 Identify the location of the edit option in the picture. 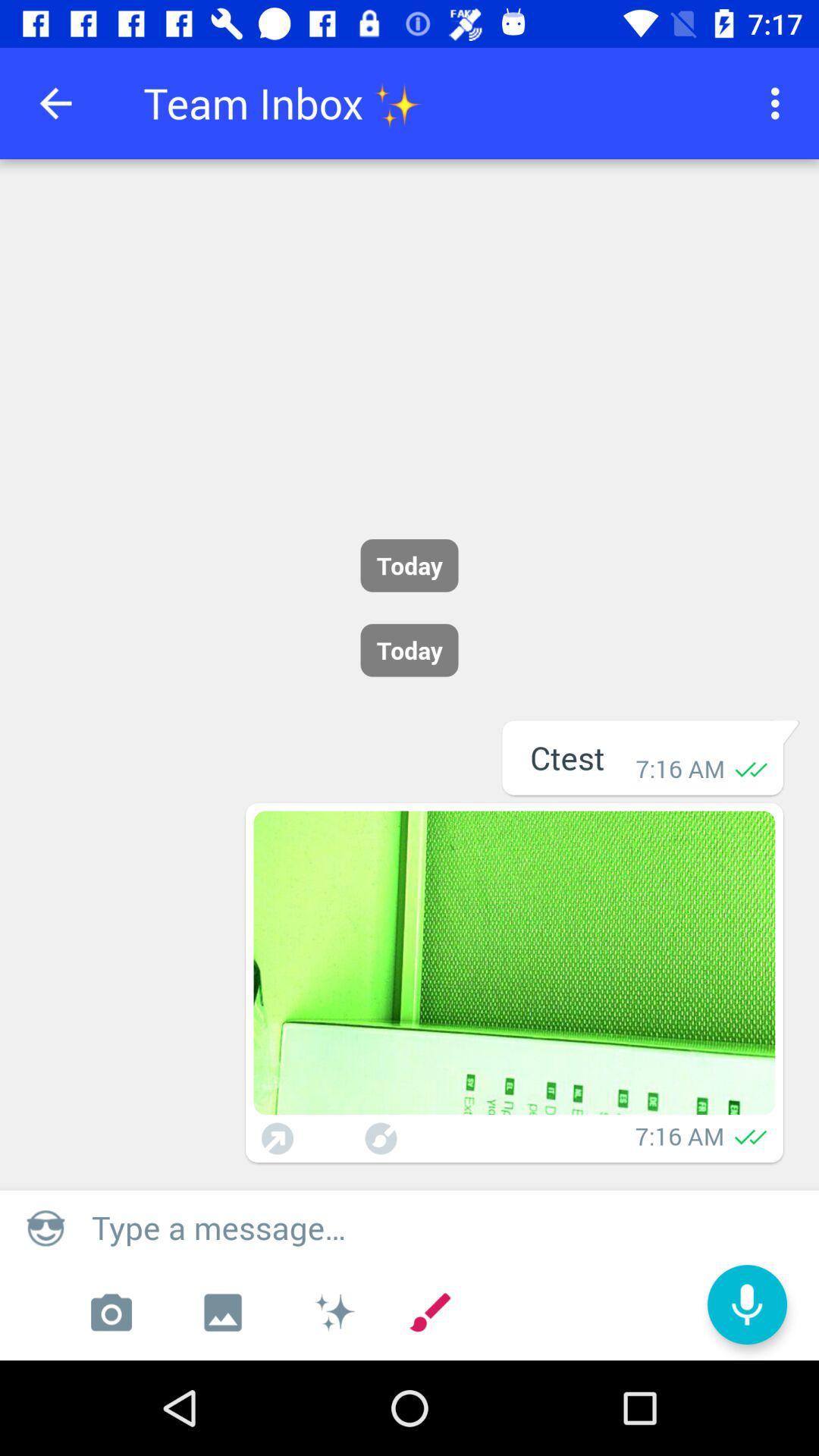
(380, 1138).